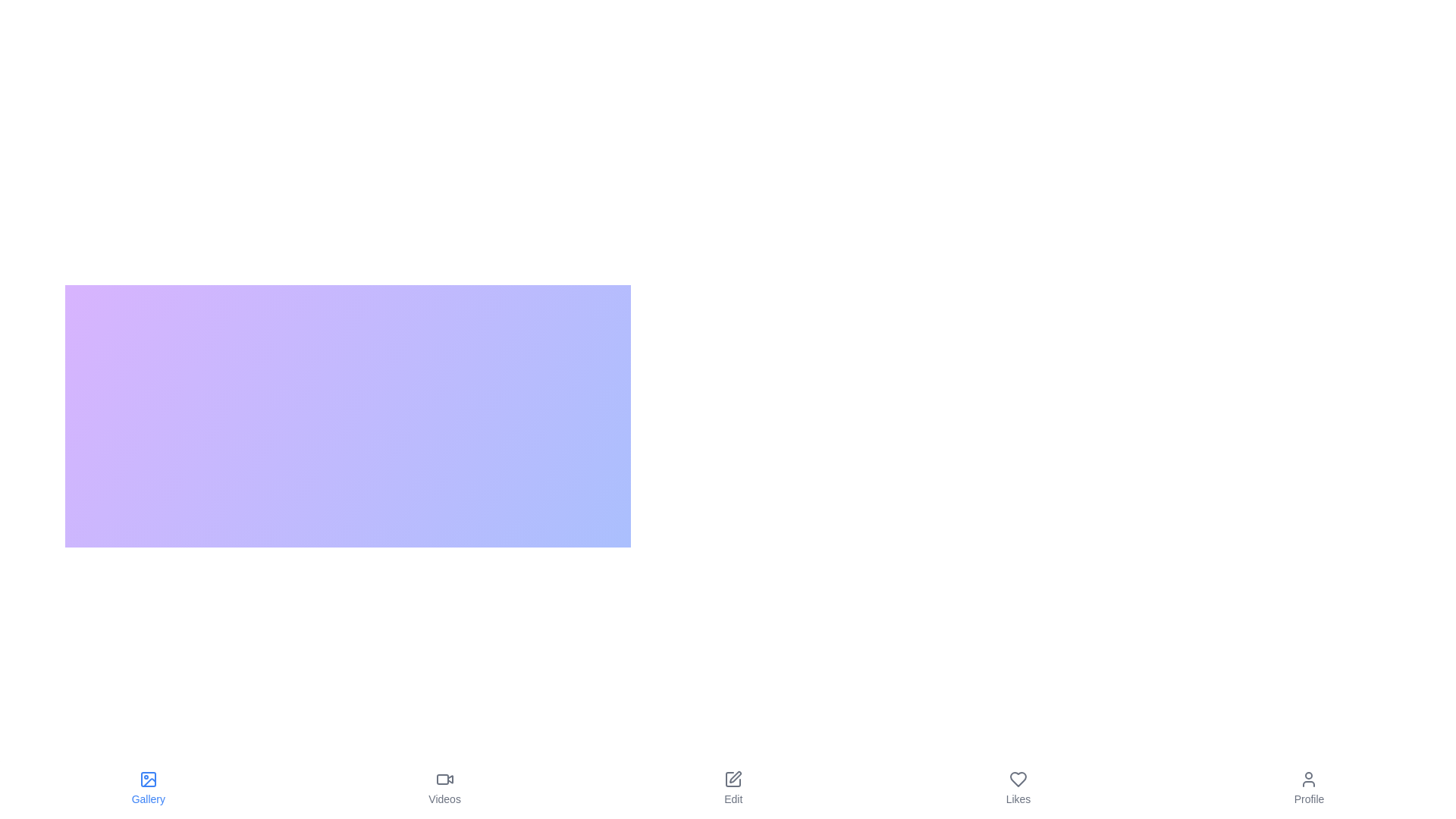  Describe the element at coordinates (1308, 788) in the screenshot. I see `the Profile button to switch to the corresponding view` at that location.